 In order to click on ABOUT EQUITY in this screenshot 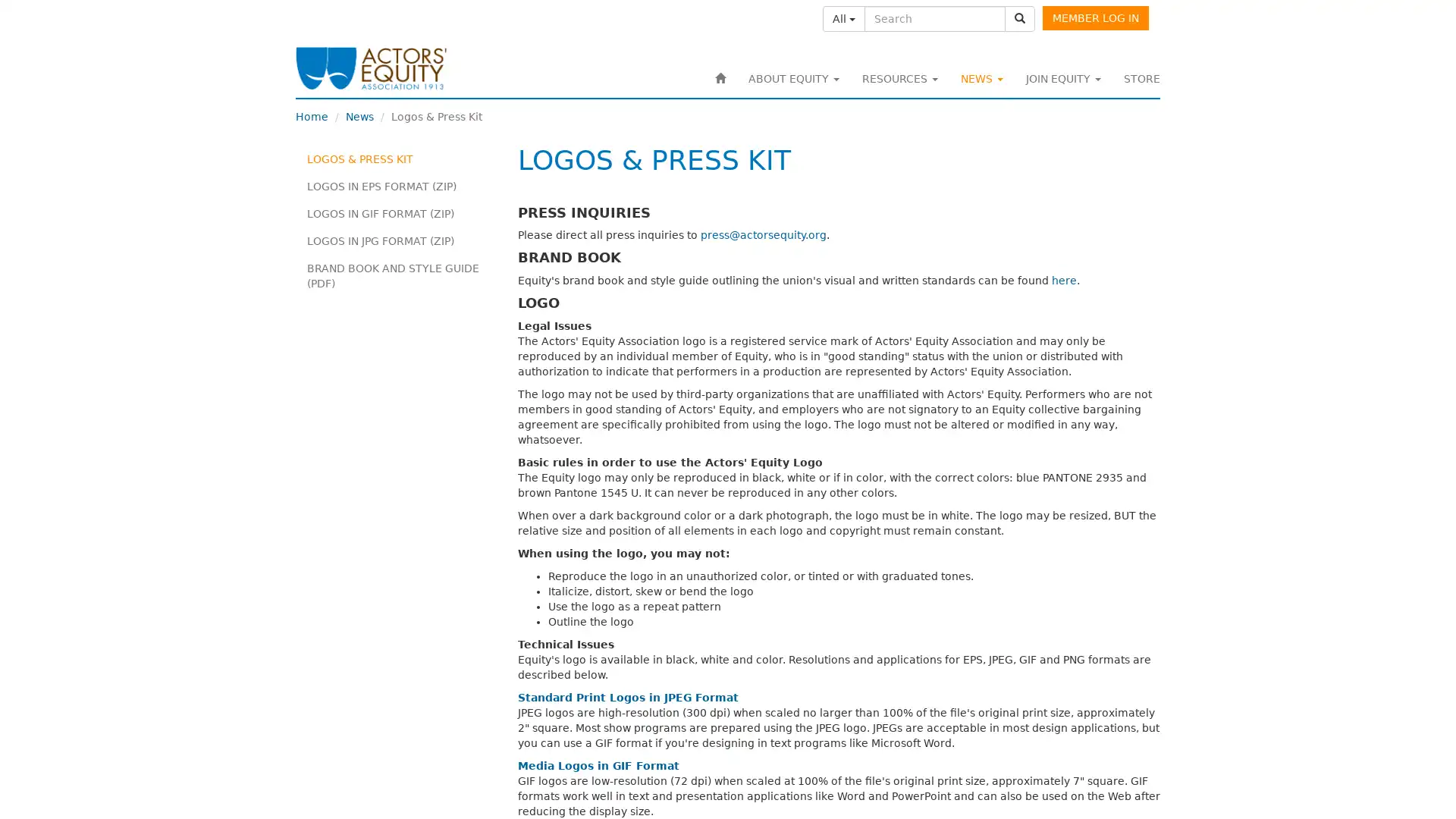, I will do `click(792, 79)`.